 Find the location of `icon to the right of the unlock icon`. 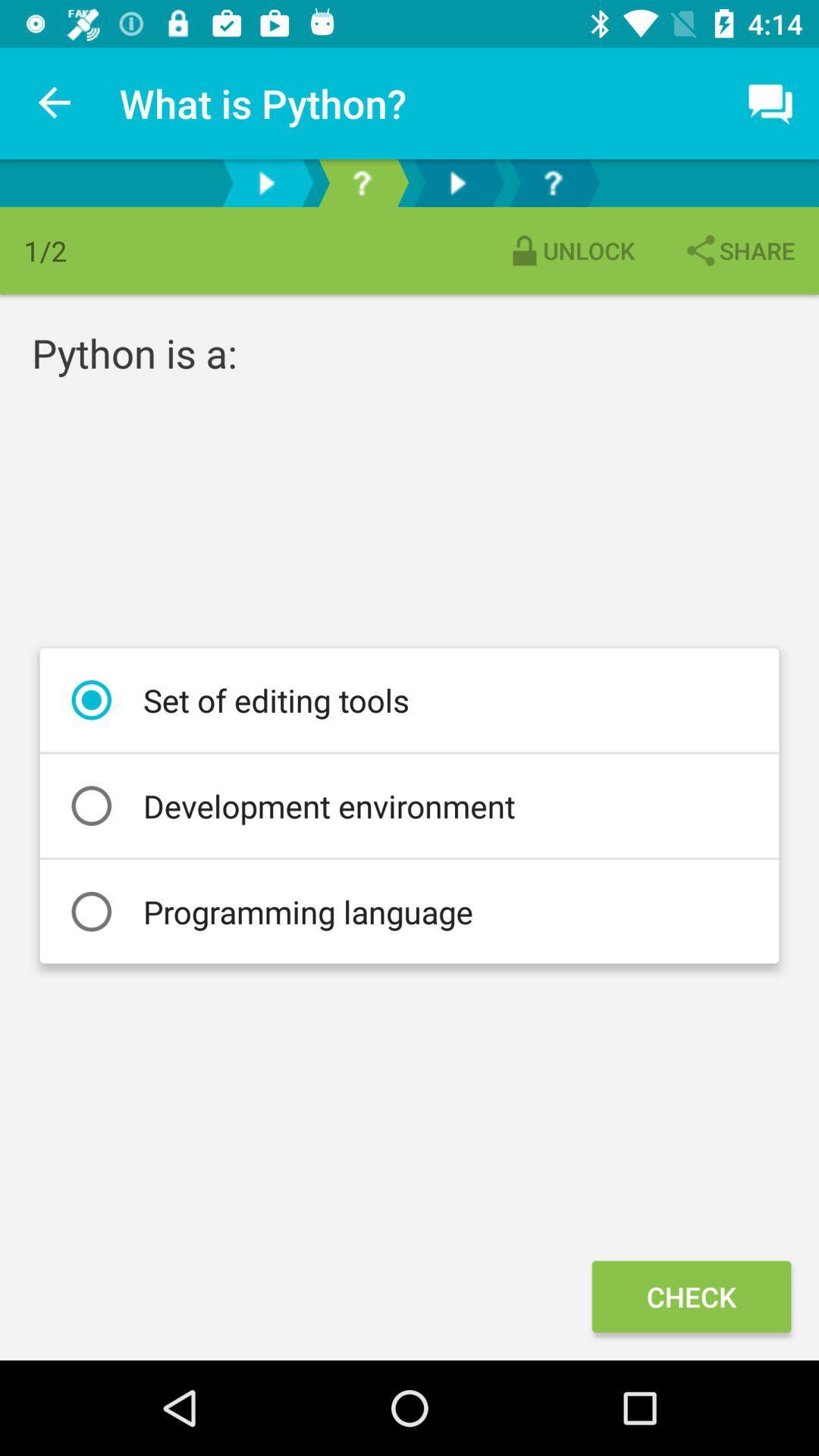

icon to the right of the unlock icon is located at coordinates (738, 250).